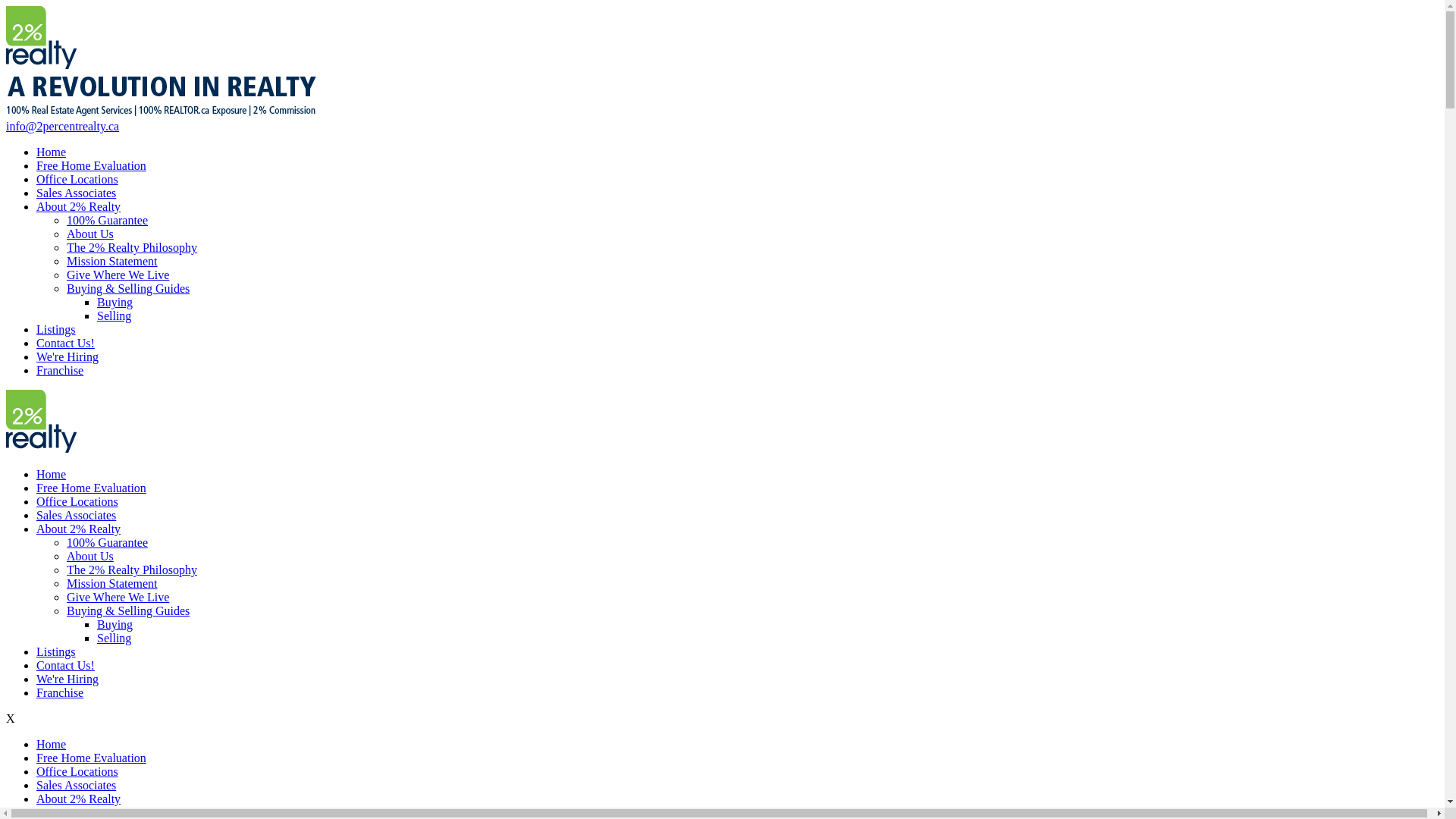  What do you see at coordinates (131, 246) in the screenshot?
I see `'The 2% Realty Philosophy'` at bounding box center [131, 246].